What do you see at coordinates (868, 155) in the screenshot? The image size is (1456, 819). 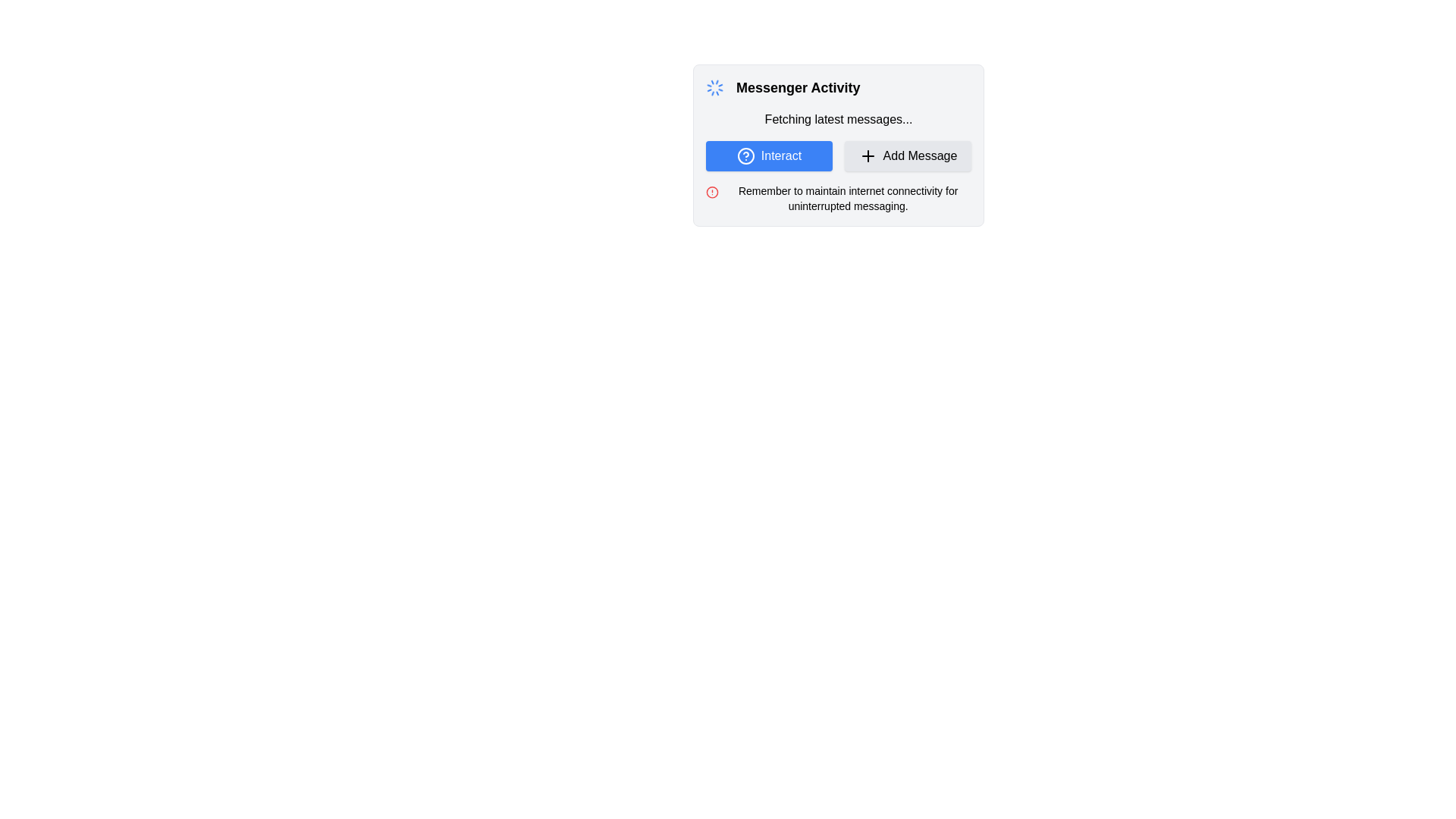 I see `the graphical representation of the plus sign icon located inside the 'Add Message' button, which is adjacent to the text and indicates the action of adding or creating something` at bounding box center [868, 155].